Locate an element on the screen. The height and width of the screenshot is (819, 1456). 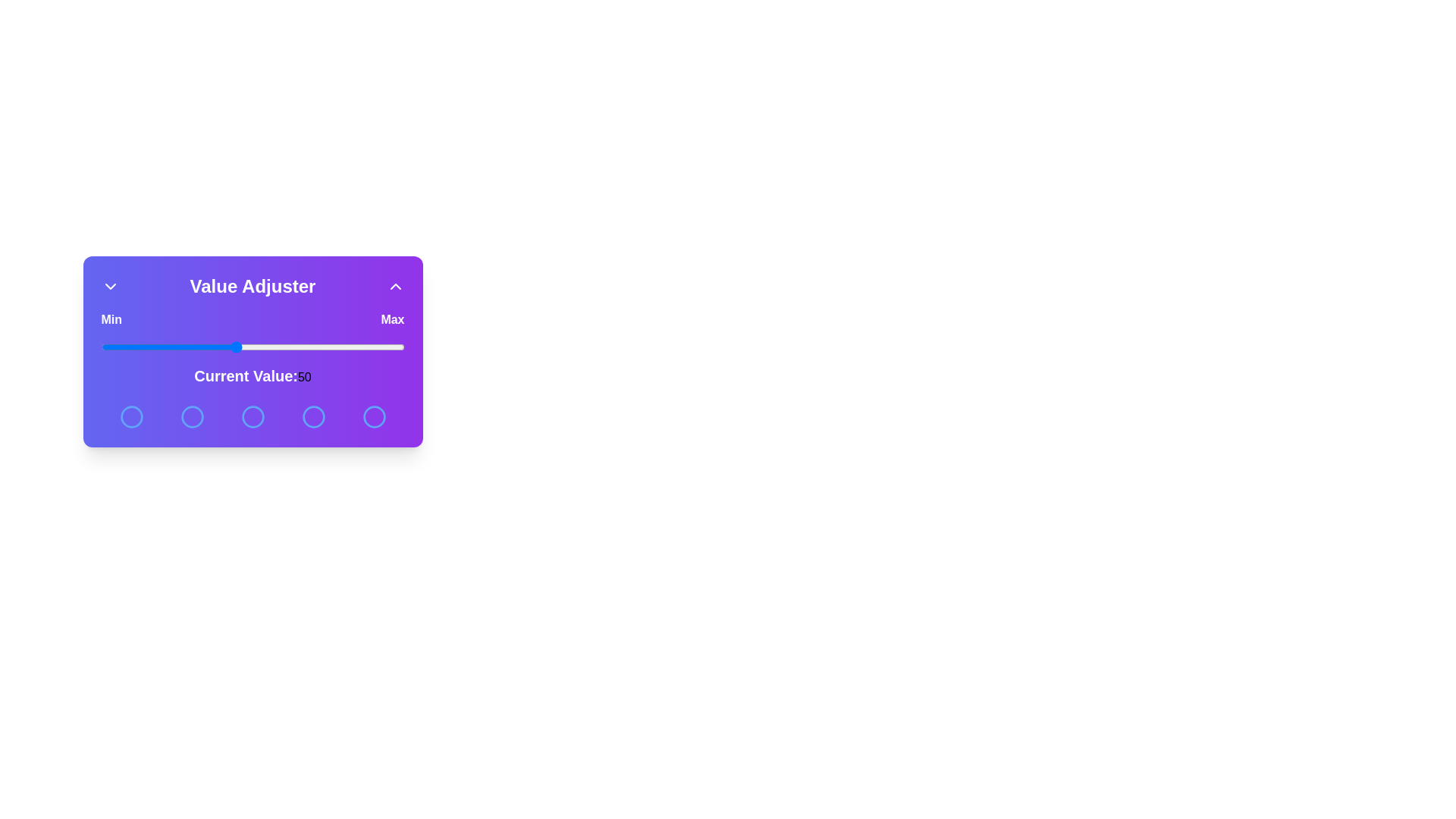
the circular button corresponding to 4 is located at coordinates (312, 417).